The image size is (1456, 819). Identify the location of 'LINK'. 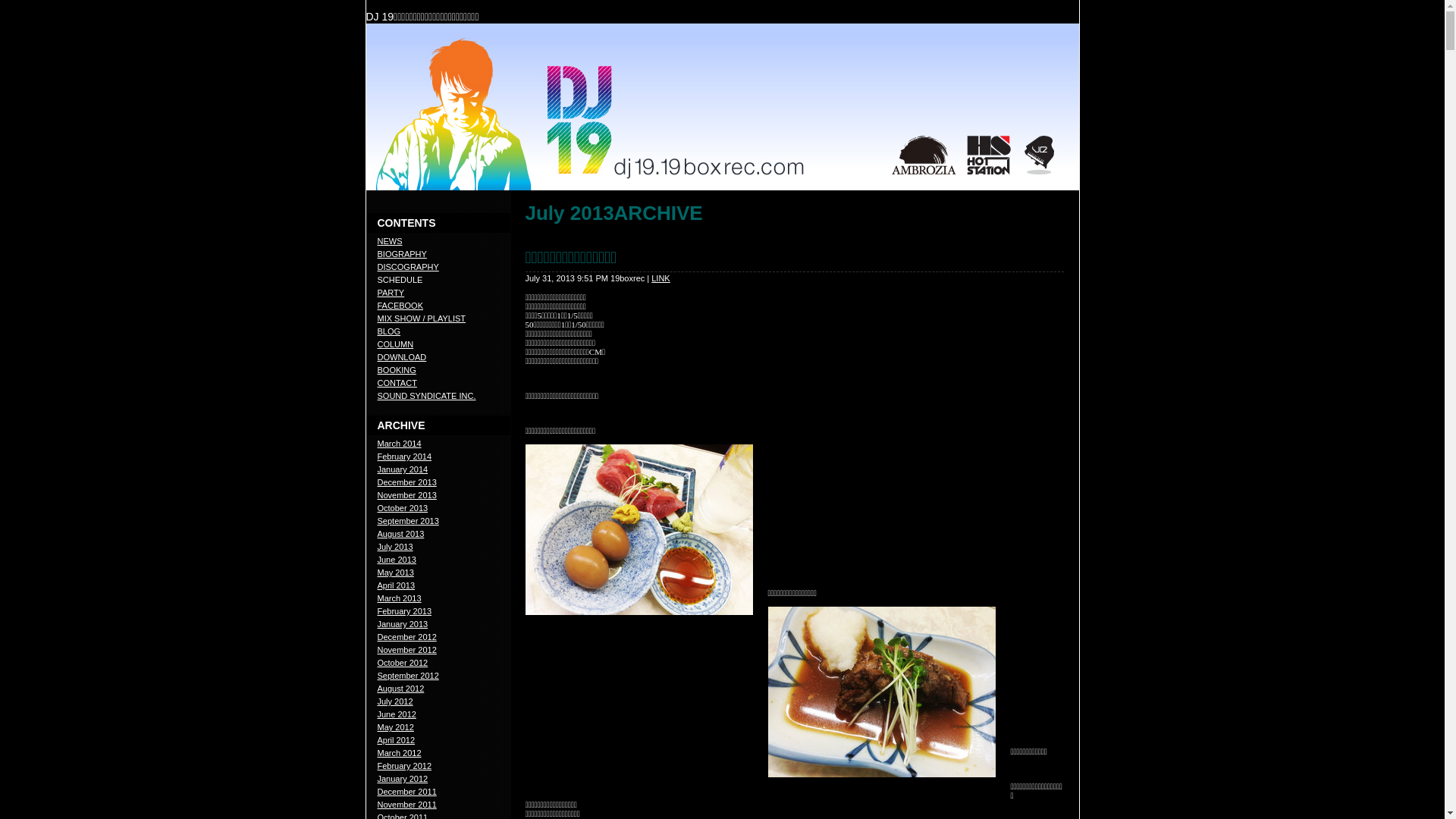
(660, 278).